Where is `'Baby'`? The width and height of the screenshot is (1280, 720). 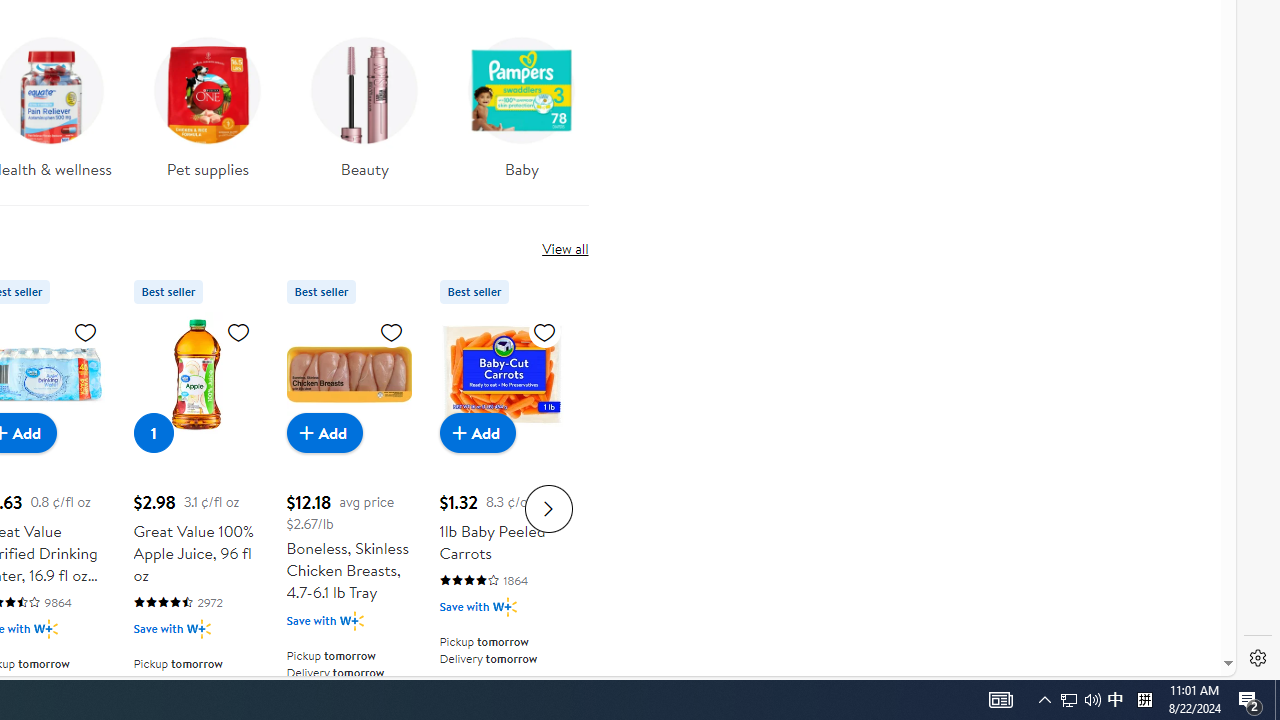
'Baby' is located at coordinates (521, 101).